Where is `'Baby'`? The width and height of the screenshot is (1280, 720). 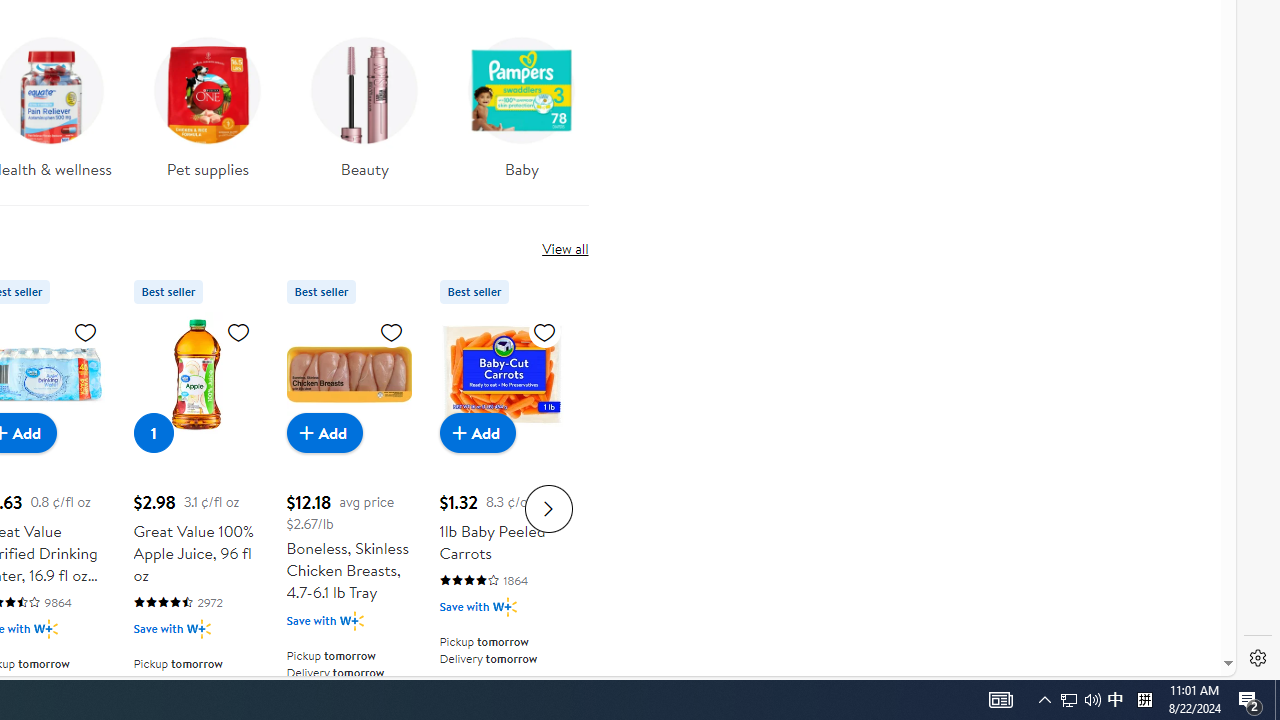
'Baby' is located at coordinates (521, 101).